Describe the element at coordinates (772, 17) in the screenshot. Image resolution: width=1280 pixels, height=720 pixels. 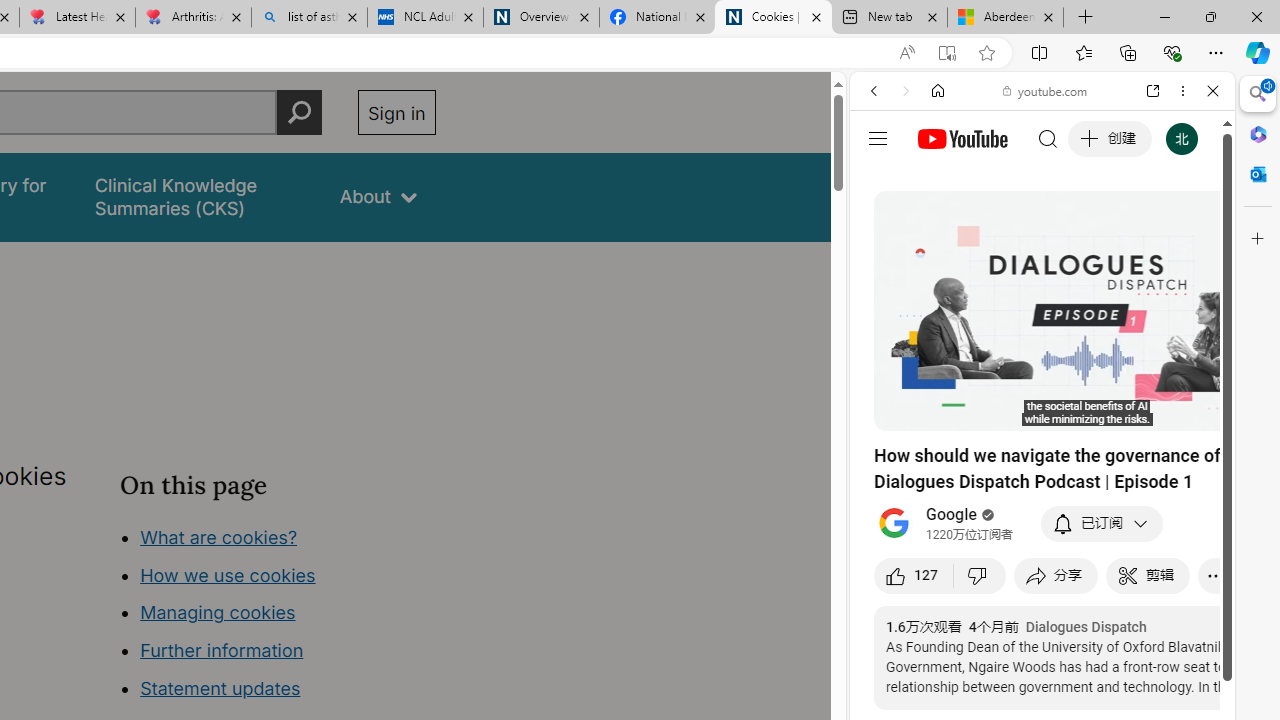
I see `'Cookies | About | NICE'` at that location.